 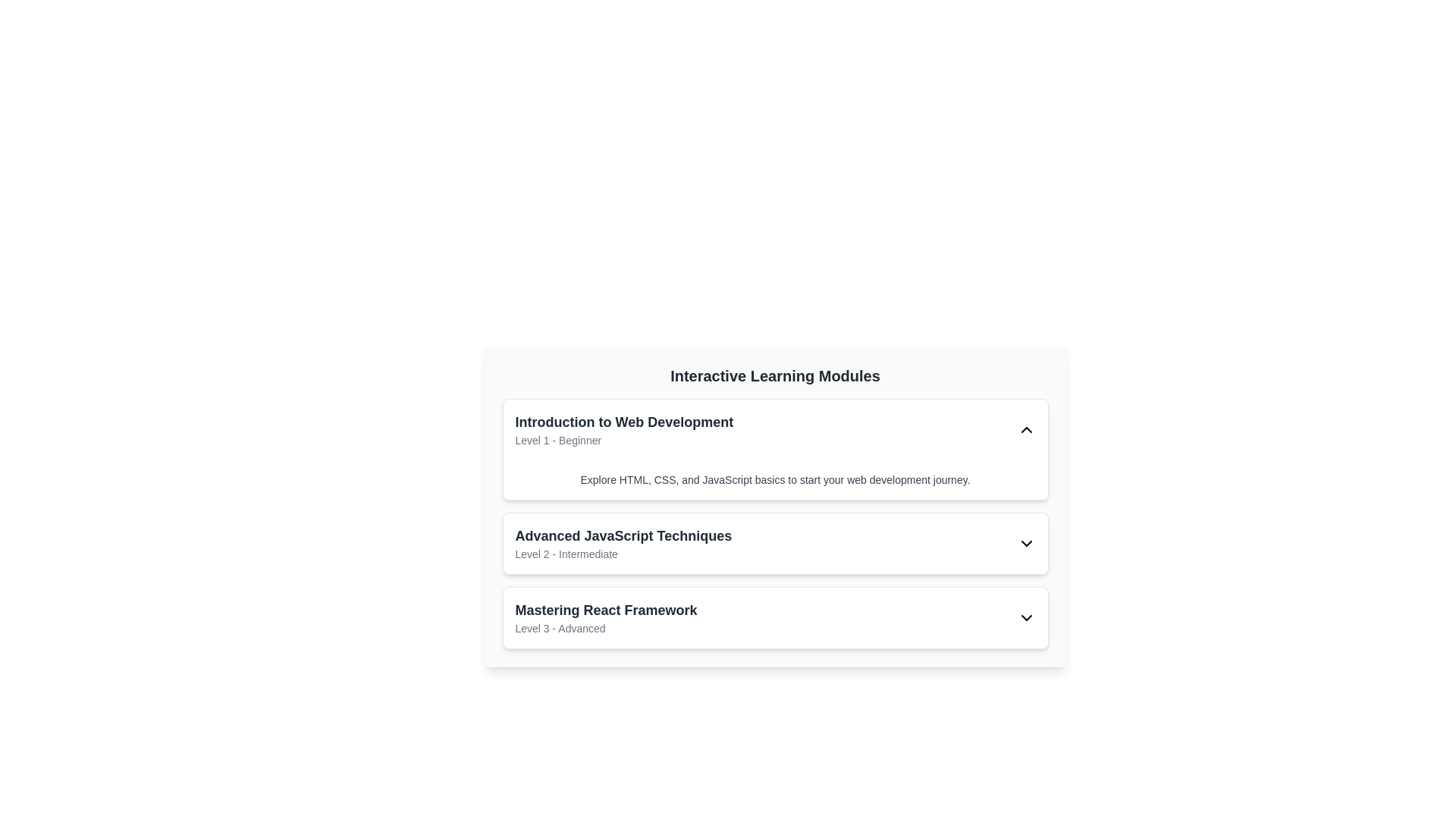 I want to click on the text element that serves as the title for the module, positioned above the descriptive subtext 'Level 2 - Intermediate', so click(x=623, y=535).